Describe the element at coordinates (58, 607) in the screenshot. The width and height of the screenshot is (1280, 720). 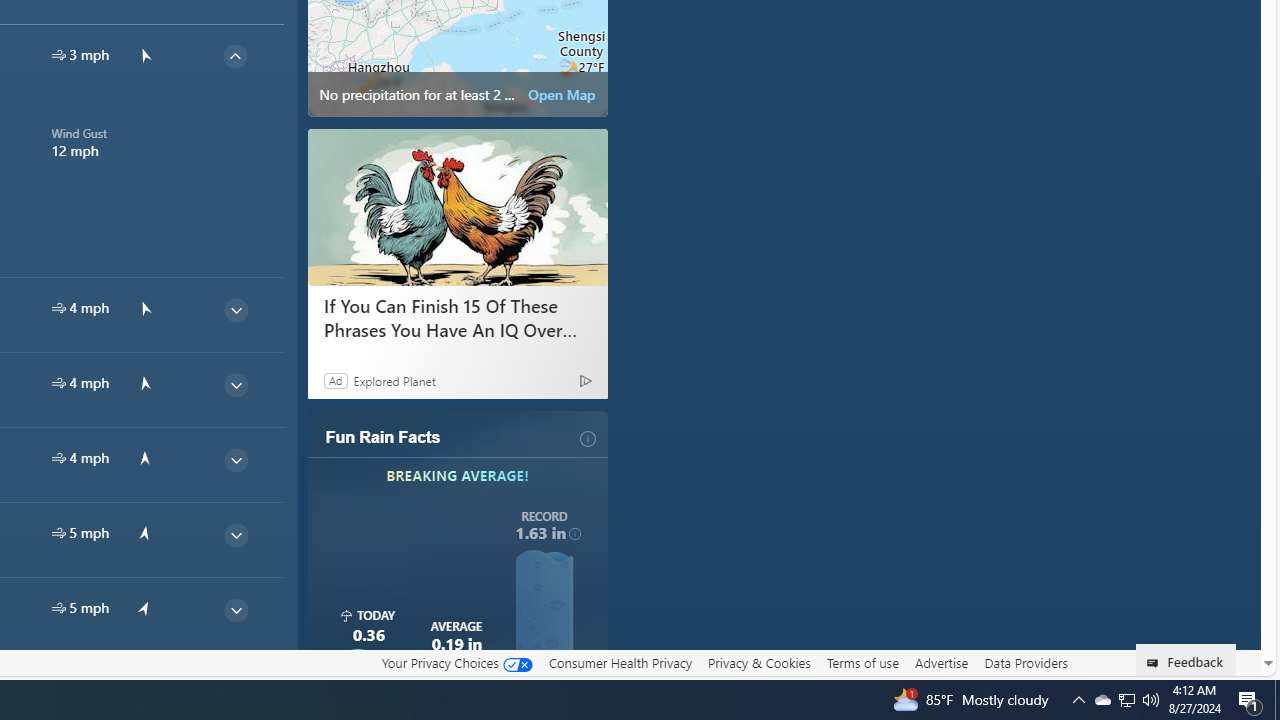
I see `'hourlyTable/wind'` at that location.